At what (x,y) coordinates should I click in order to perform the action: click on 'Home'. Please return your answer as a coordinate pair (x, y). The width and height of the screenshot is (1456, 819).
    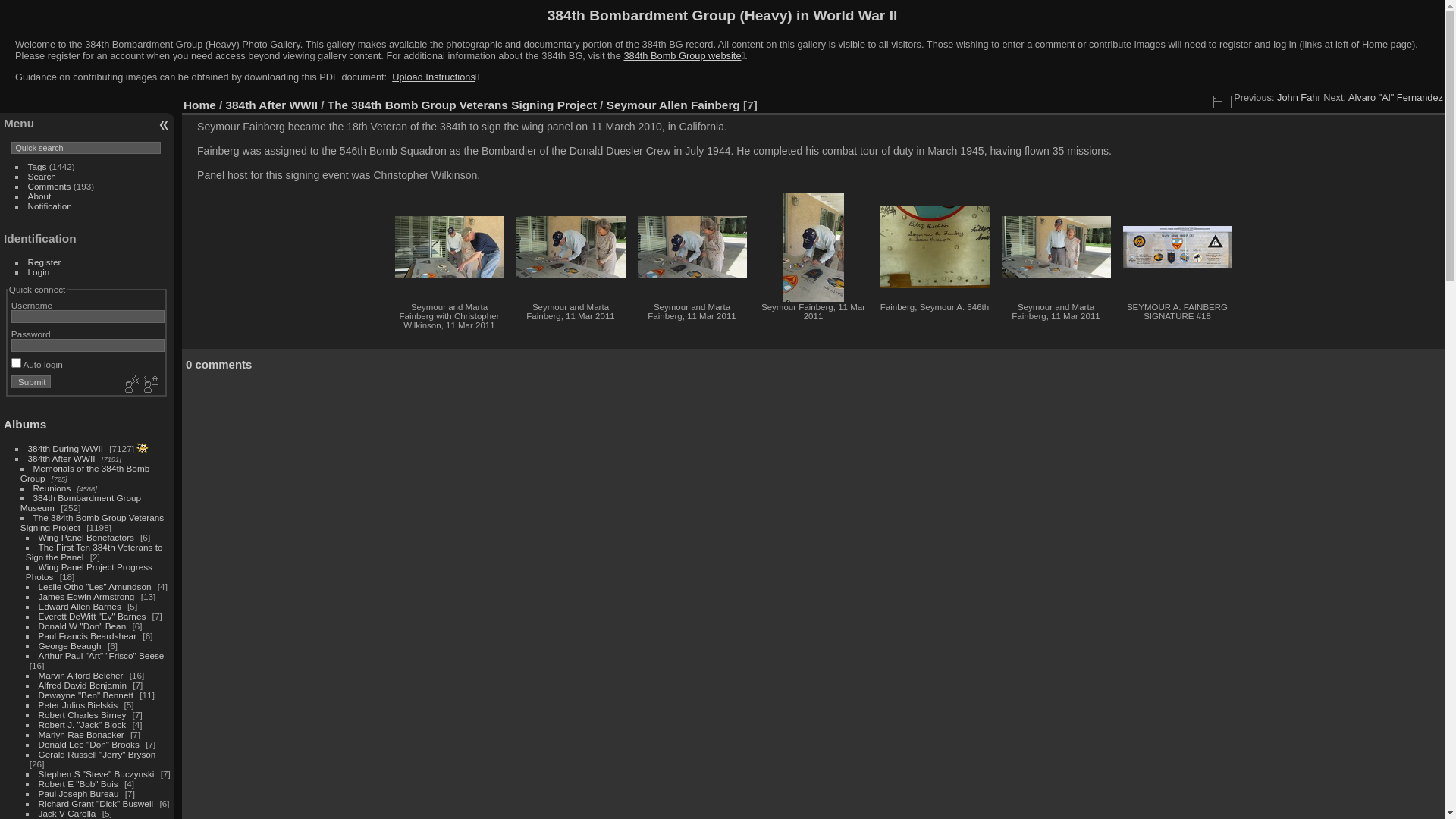
    Looking at the image, I should click on (182, 104).